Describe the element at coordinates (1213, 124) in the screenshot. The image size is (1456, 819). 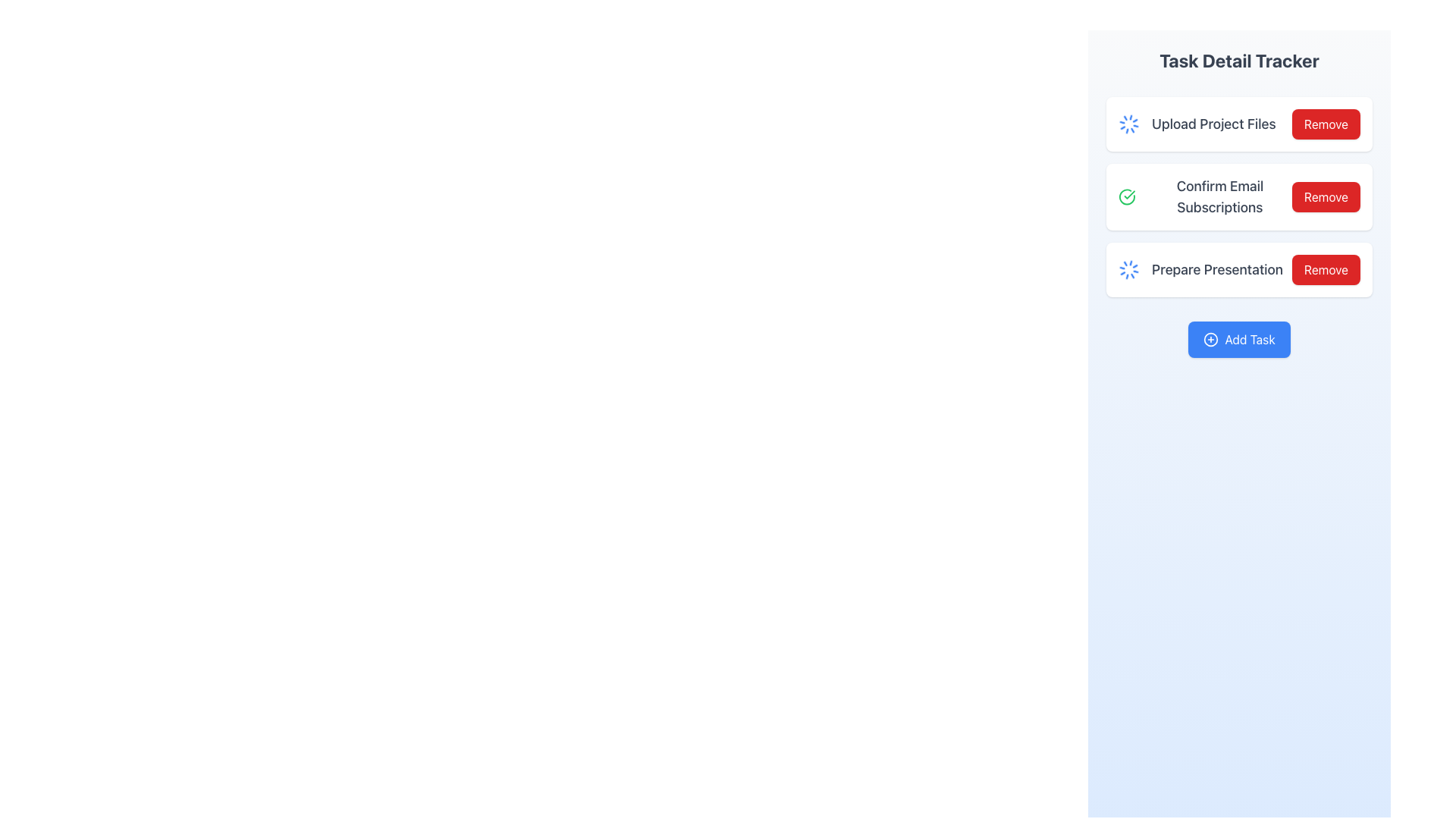
I see `the text element indicating the task related to uploading project files, which is located between a spinning loader icon and a red 'Remove' button` at that location.